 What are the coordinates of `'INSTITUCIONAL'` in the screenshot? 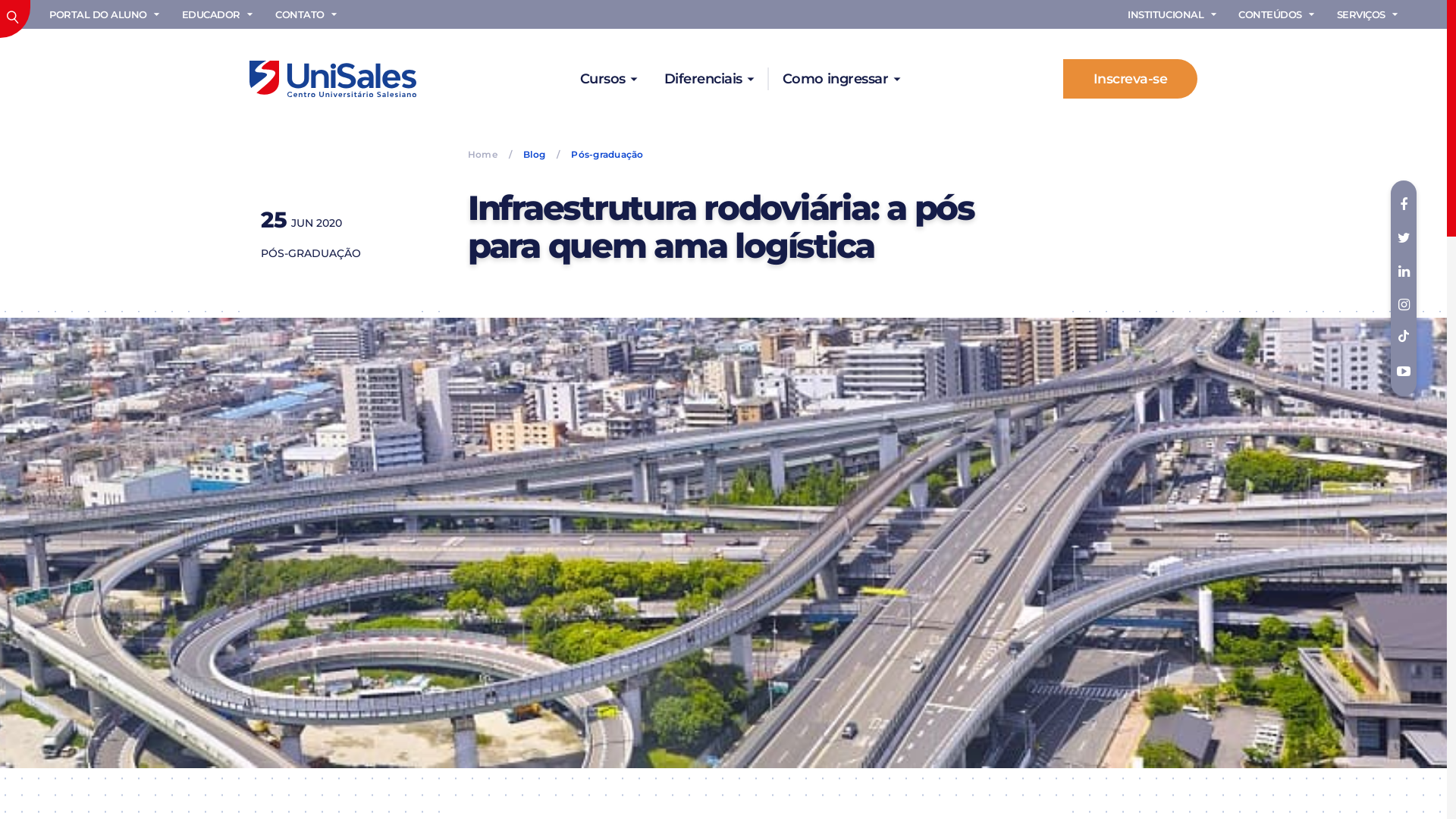 It's located at (1172, 14).